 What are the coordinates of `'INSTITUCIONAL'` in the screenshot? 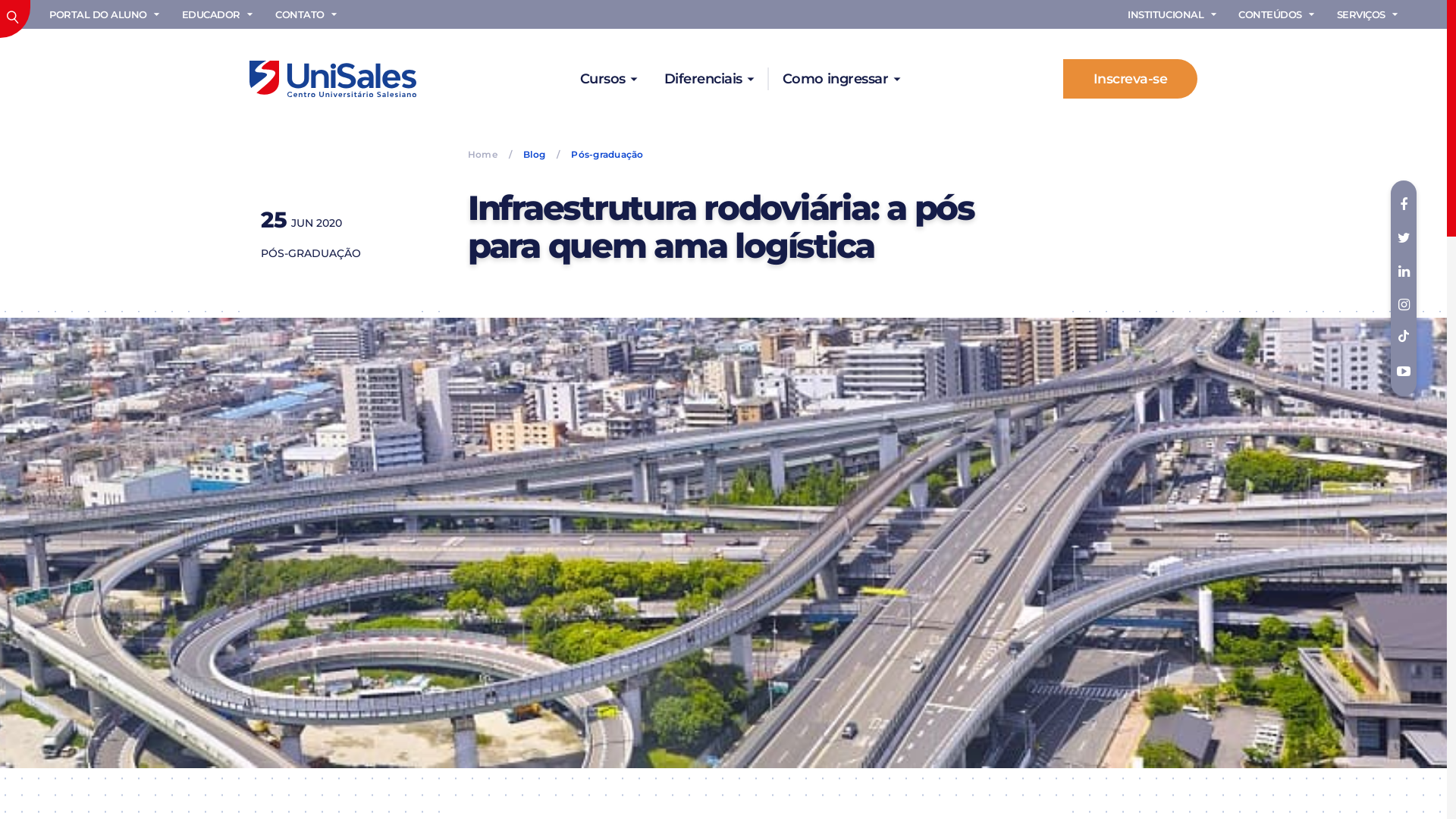 It's located at (1172, 14).